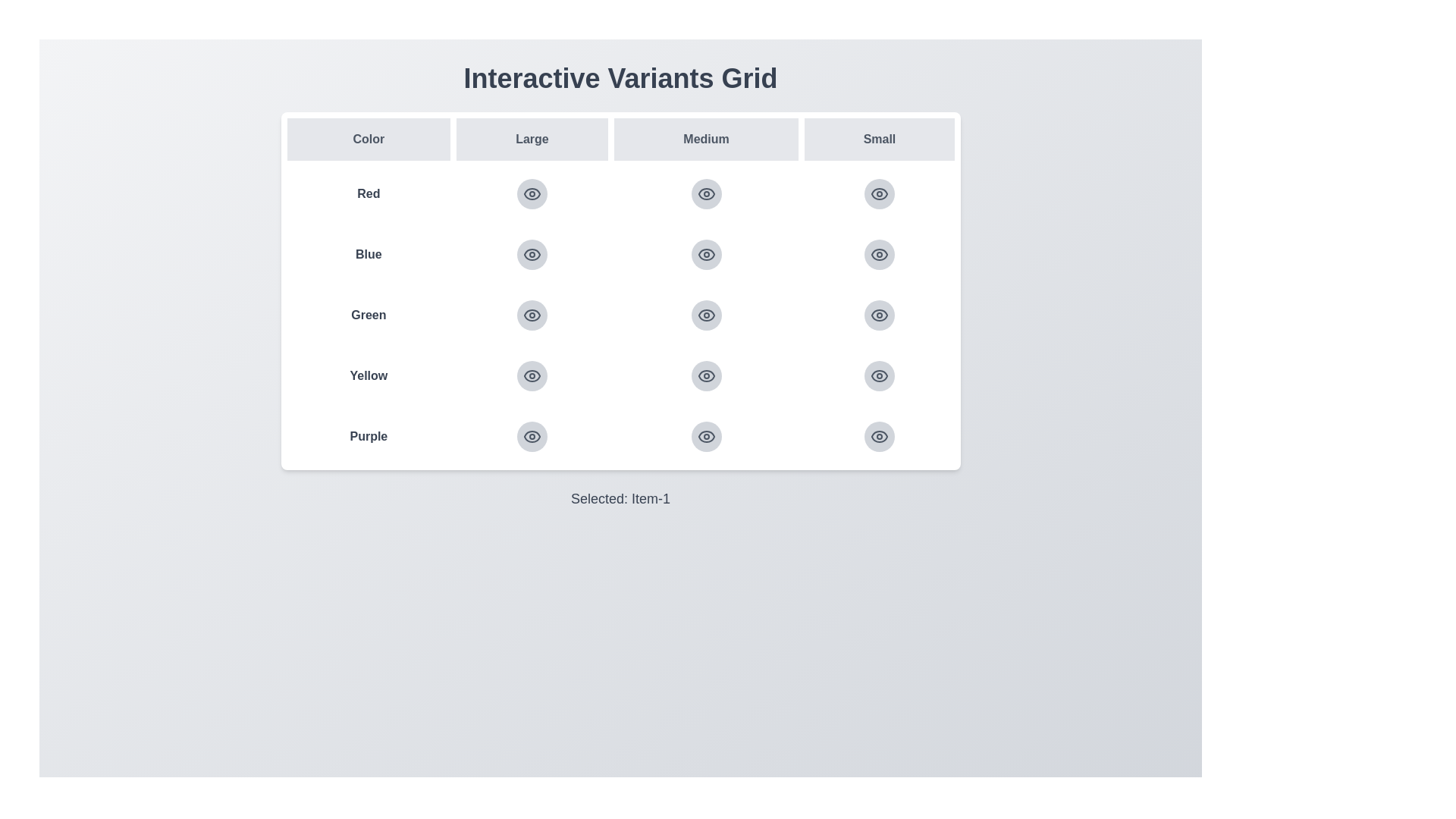 Image resolution: width=1456 pixels, height=819 pixels. What do you see at coordinates (532, 436) in the screenshot?
I see `the circular icon button with an eye symbol located in the bottom row of the grid under the 'Small' column and 'Purple' row` at bounding box center [532, 436].